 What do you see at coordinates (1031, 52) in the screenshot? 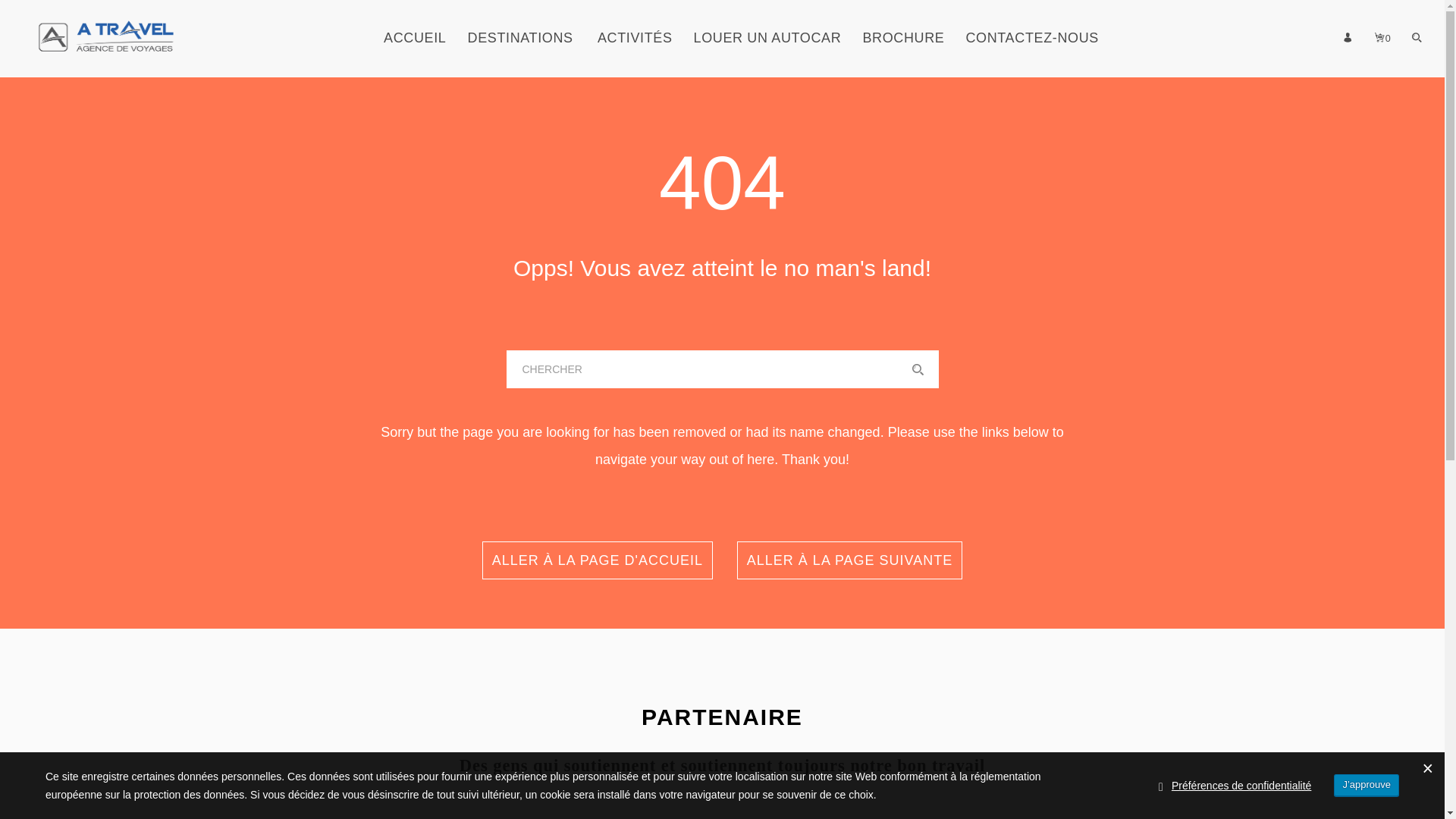
I see `'CONTACTEZ-NOUS'` at bounding box center [1031, 52].